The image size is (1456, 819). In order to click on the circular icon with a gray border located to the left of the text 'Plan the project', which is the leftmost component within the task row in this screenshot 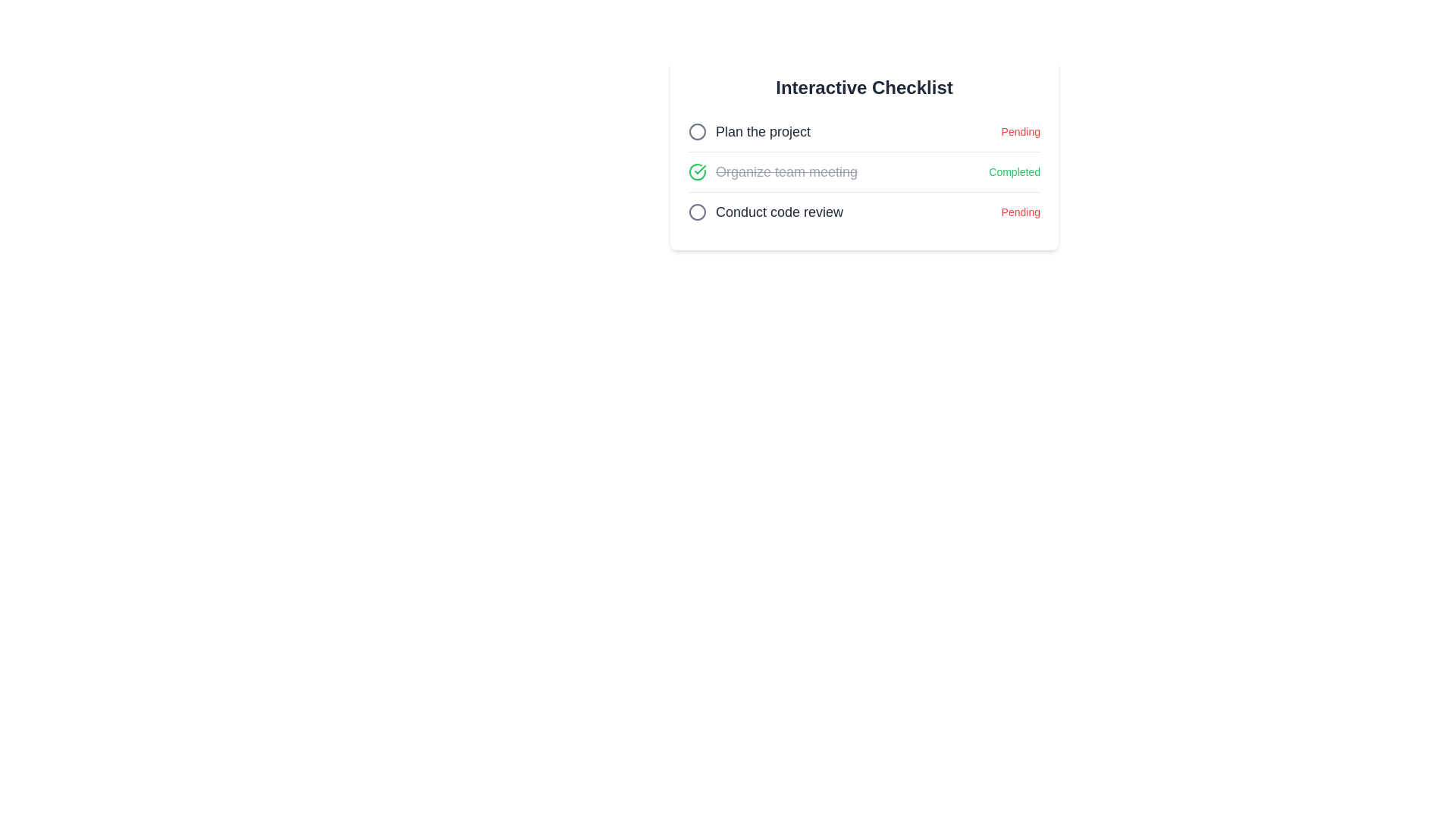, I will do `click(697, 130)`.